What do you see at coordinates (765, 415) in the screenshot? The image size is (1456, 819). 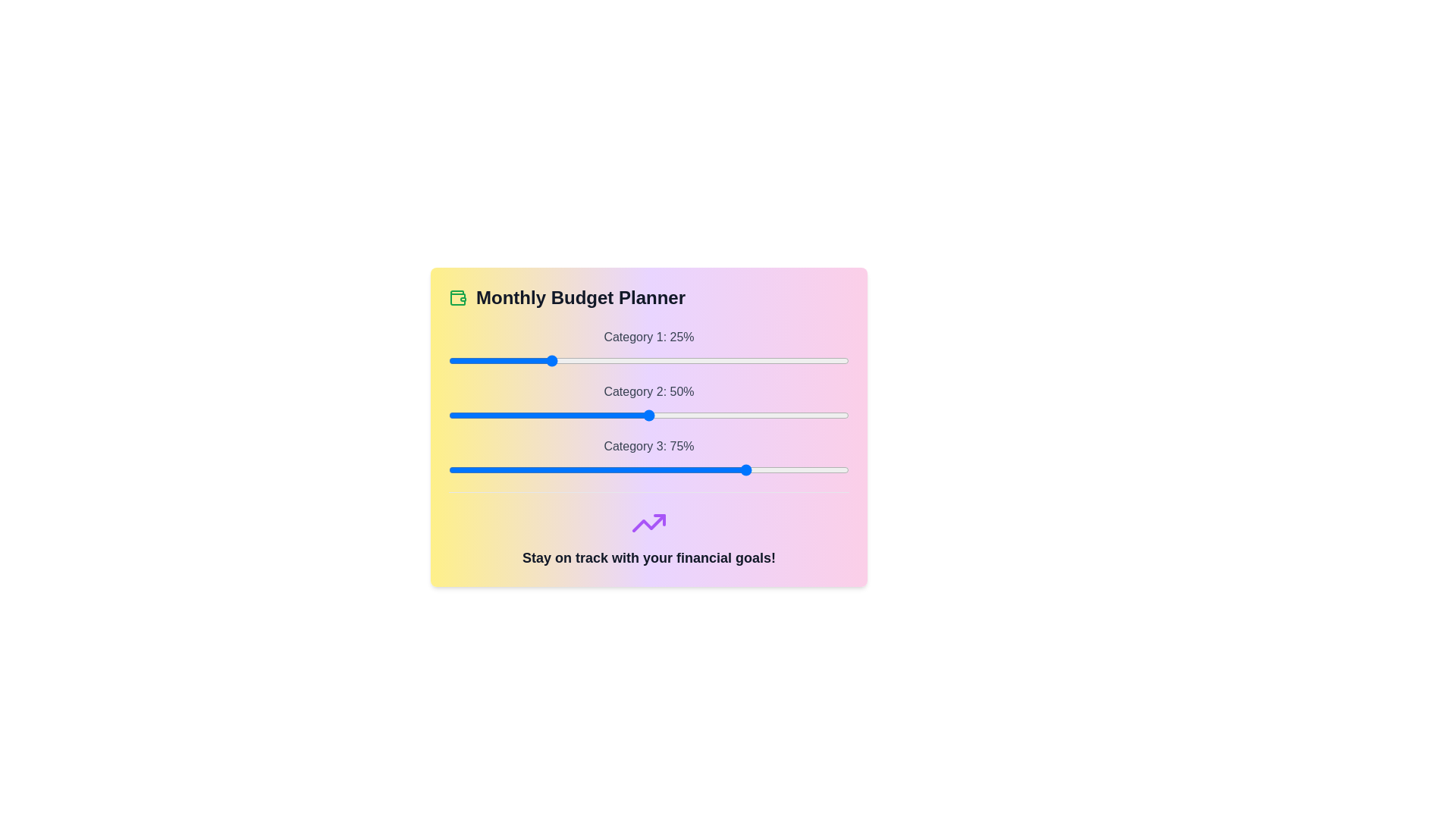 I see `the slider for Category 2 to 79%` at bounding box center [765, 415].